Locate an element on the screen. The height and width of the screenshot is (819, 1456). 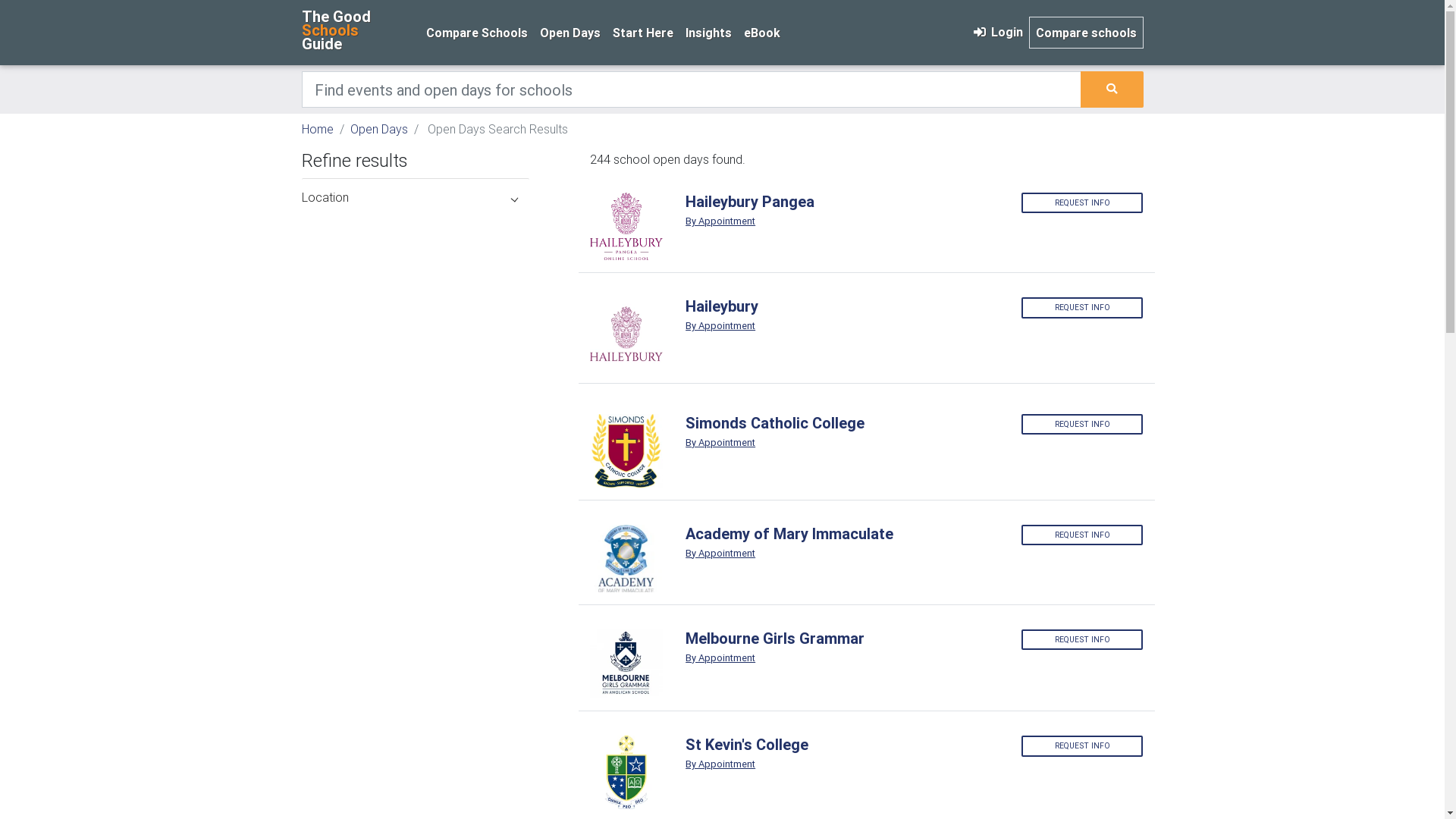
'REQUEST INFO' is located at coordinates (1081, 424).